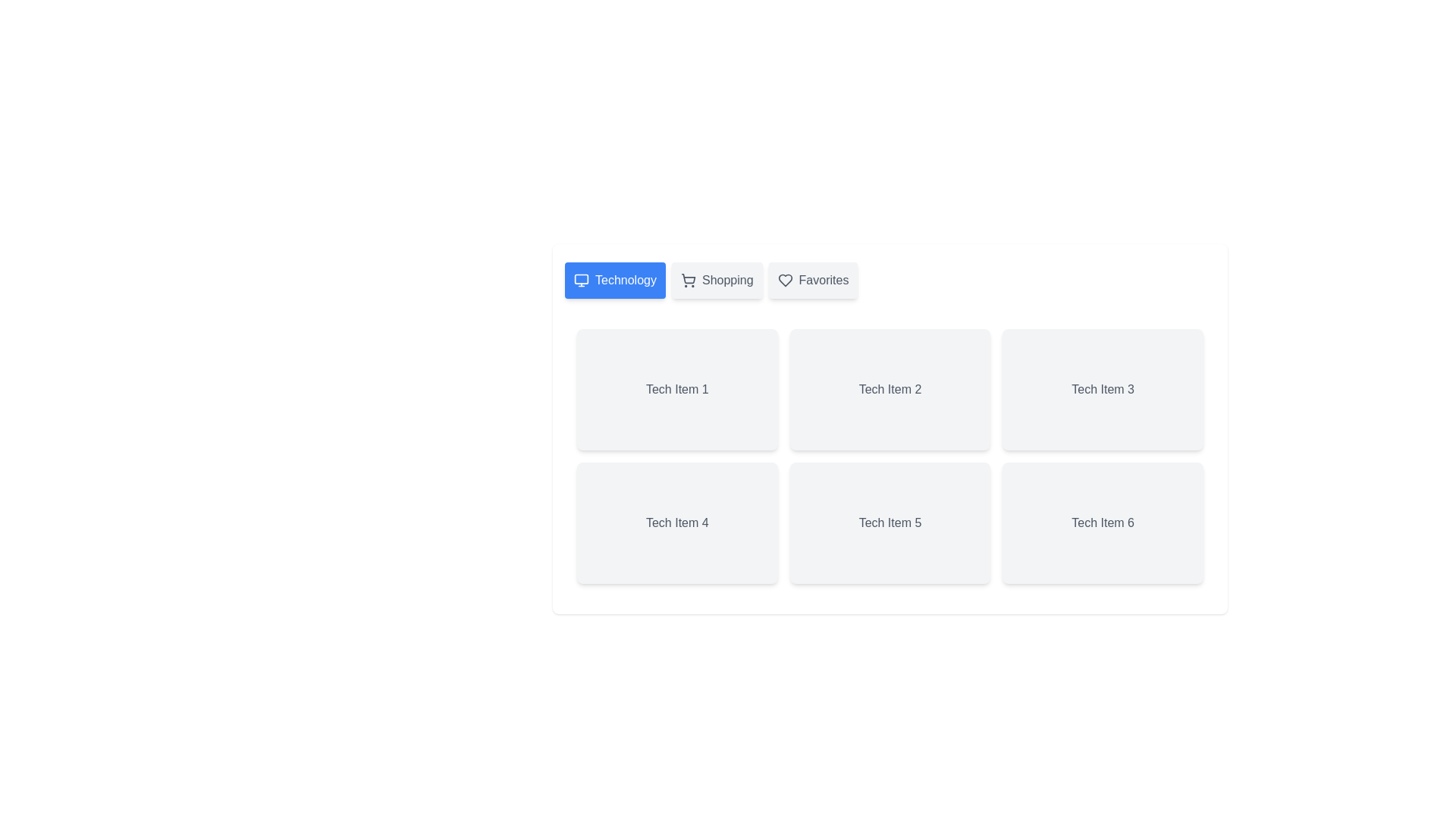 The width and height of the screenshot is (1456, 819). What do you see at coordinates (676, 388) in the screenshot?
I see `the item labeled Tech Item 1 within the active tab` at bounding box center [676, 388].